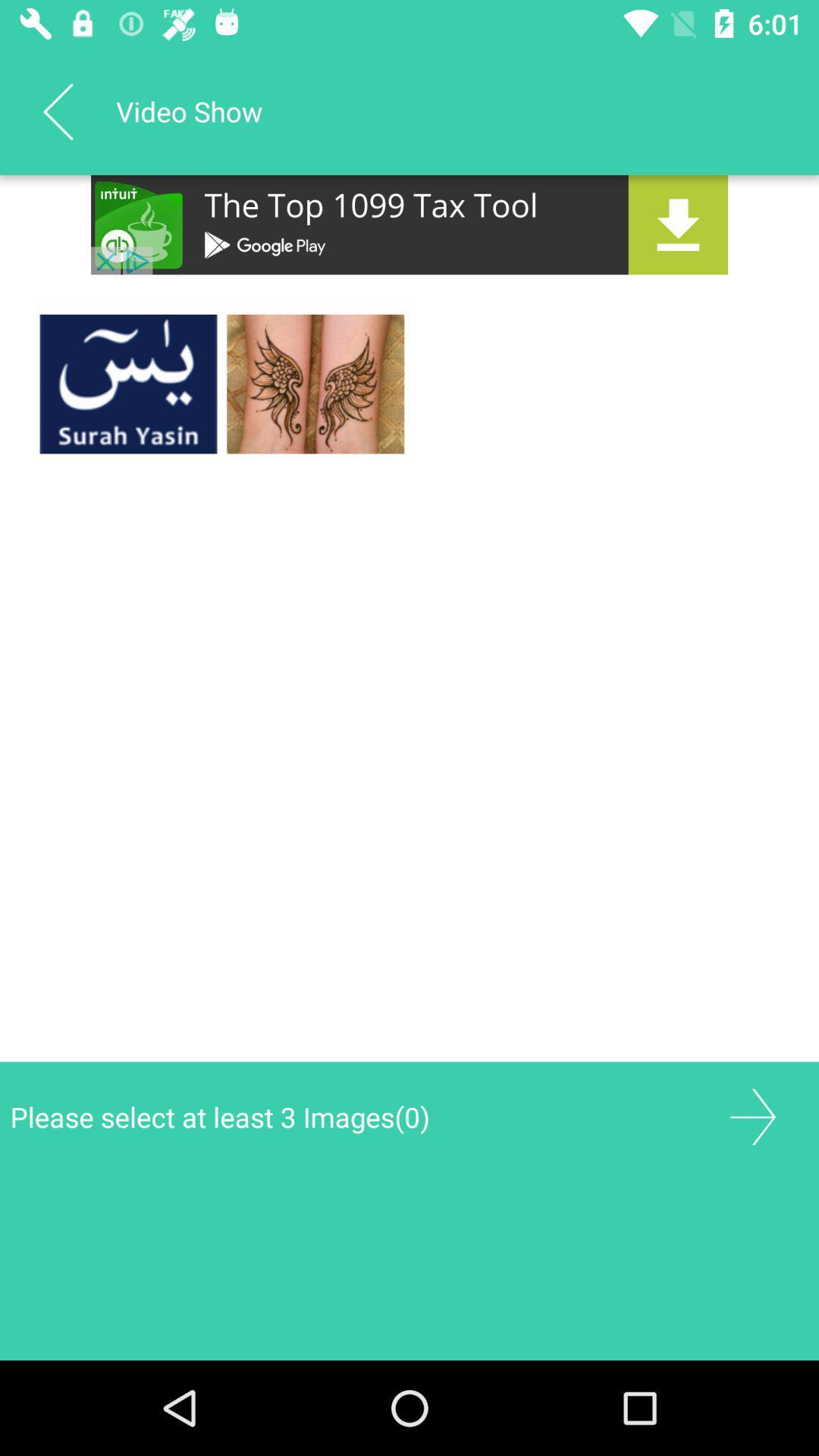 The height and width of the screenshot is (1456, 819). I want to click on advertisement, so click(409, 224).